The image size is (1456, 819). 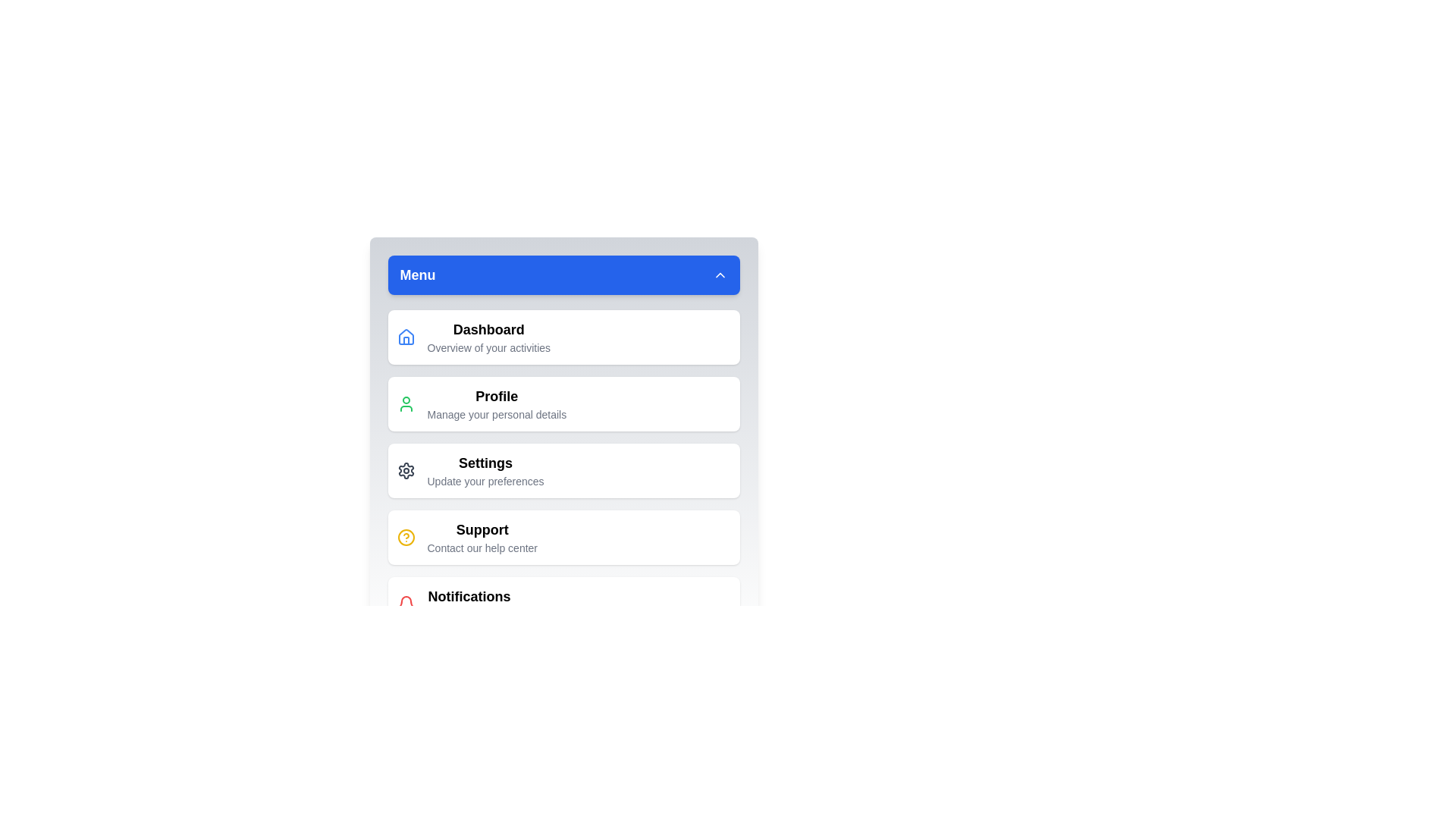 I want to click on the 'Profile' text label in the left navigation pane, which serves as a title for the 'Profile' section, so click(x=497, y=396).